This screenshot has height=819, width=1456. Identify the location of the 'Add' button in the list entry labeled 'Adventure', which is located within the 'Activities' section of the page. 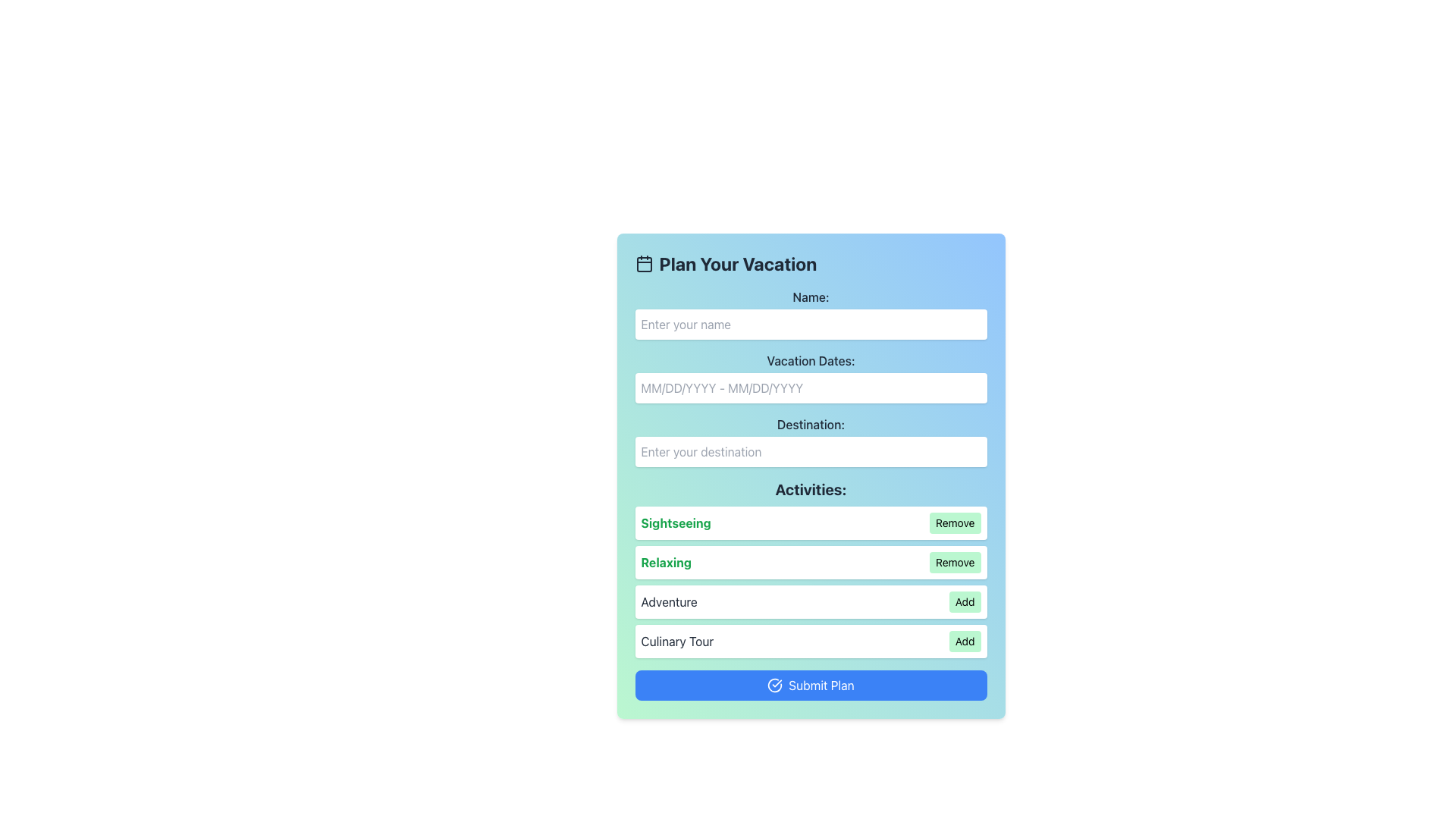
(810, 601).